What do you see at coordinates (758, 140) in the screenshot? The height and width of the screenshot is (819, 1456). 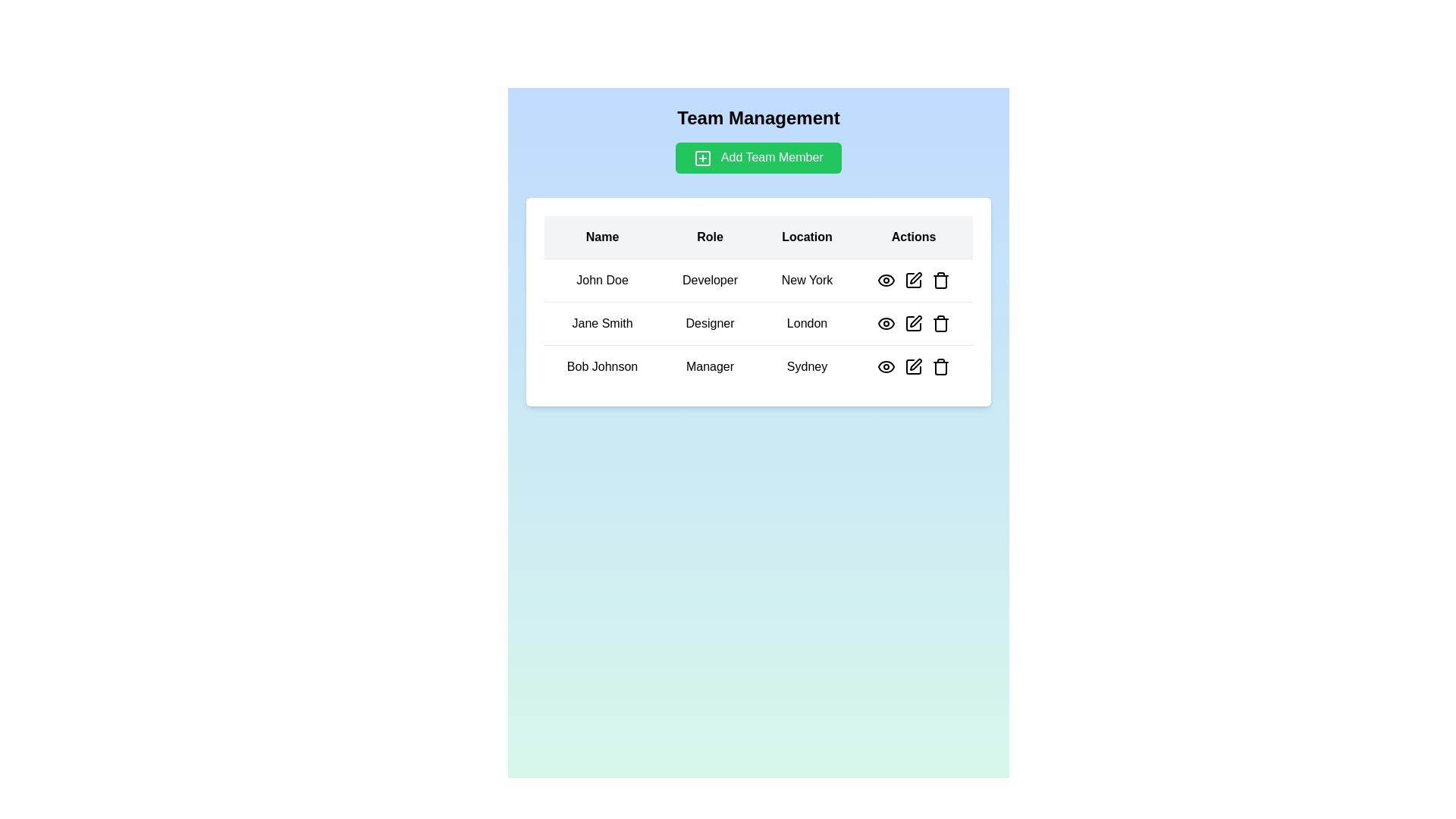 I see `the green rectangular button labeled 'Add Team Member' located directly below the 'Team Management' title` at bounding box center [758, 140].